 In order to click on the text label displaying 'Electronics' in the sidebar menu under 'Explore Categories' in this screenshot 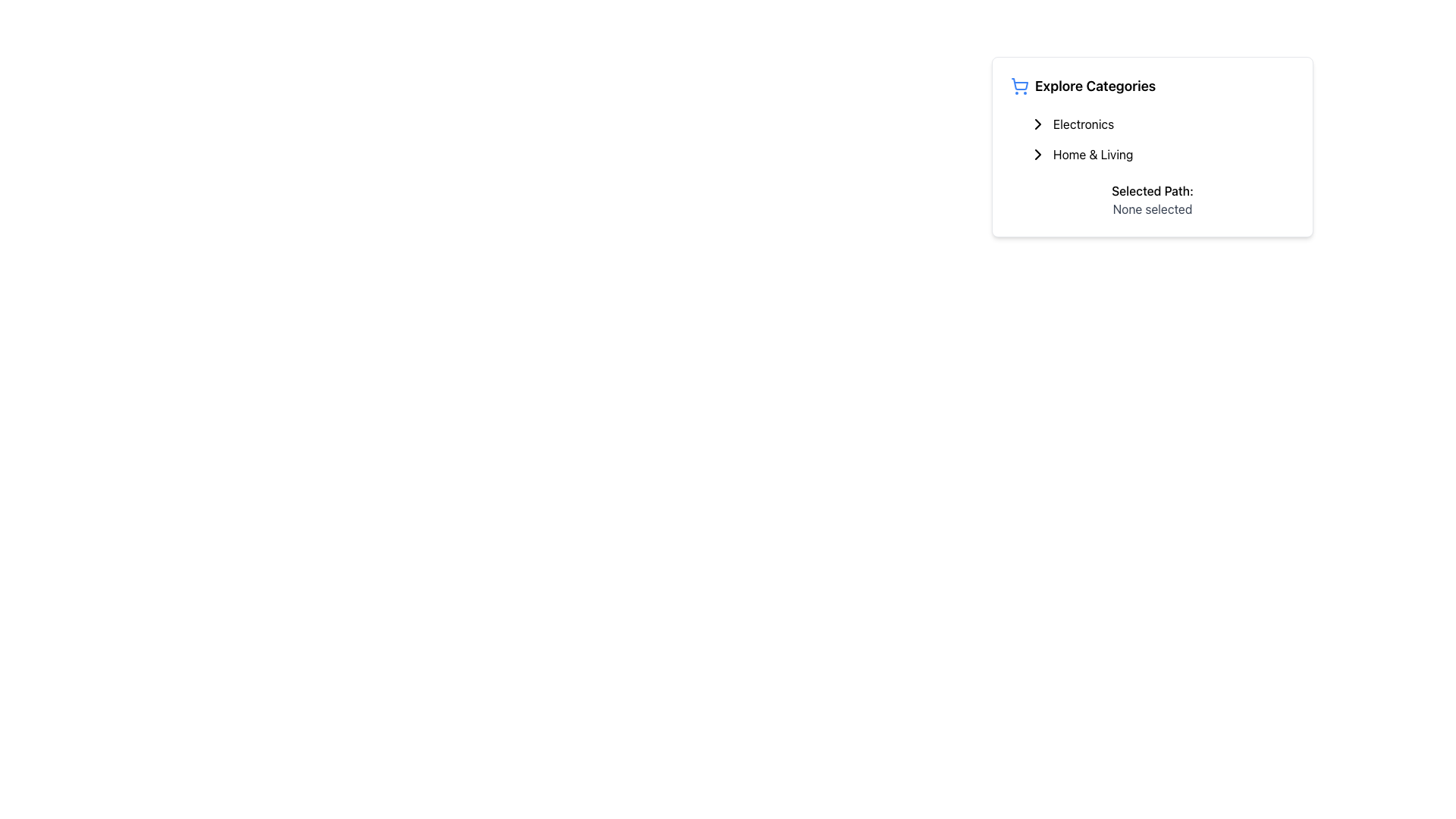, I will do `click(1083, 124)`.